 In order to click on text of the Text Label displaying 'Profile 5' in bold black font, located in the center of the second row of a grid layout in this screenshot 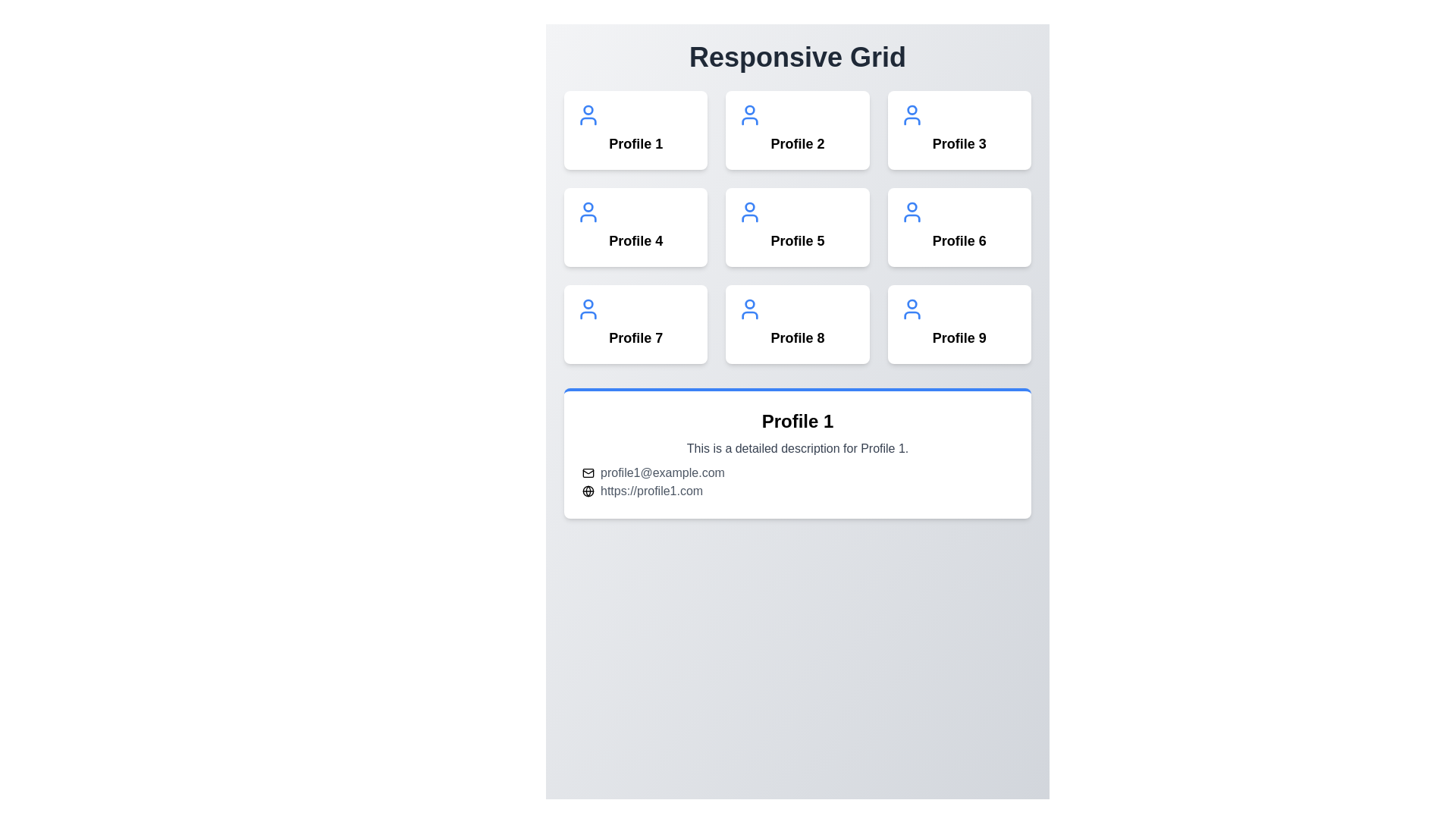, I will do `click(796, 240)`.